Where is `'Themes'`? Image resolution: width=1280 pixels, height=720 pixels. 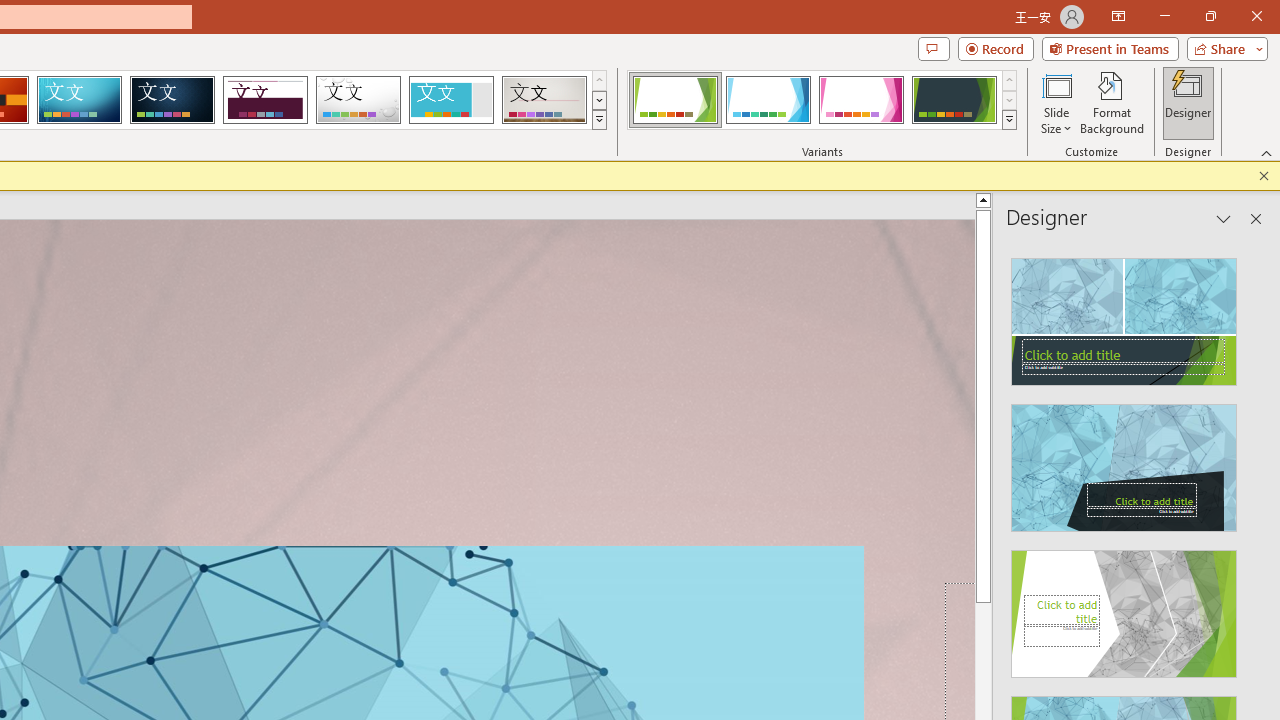
'Themes' is located at coordinates (598, 120).